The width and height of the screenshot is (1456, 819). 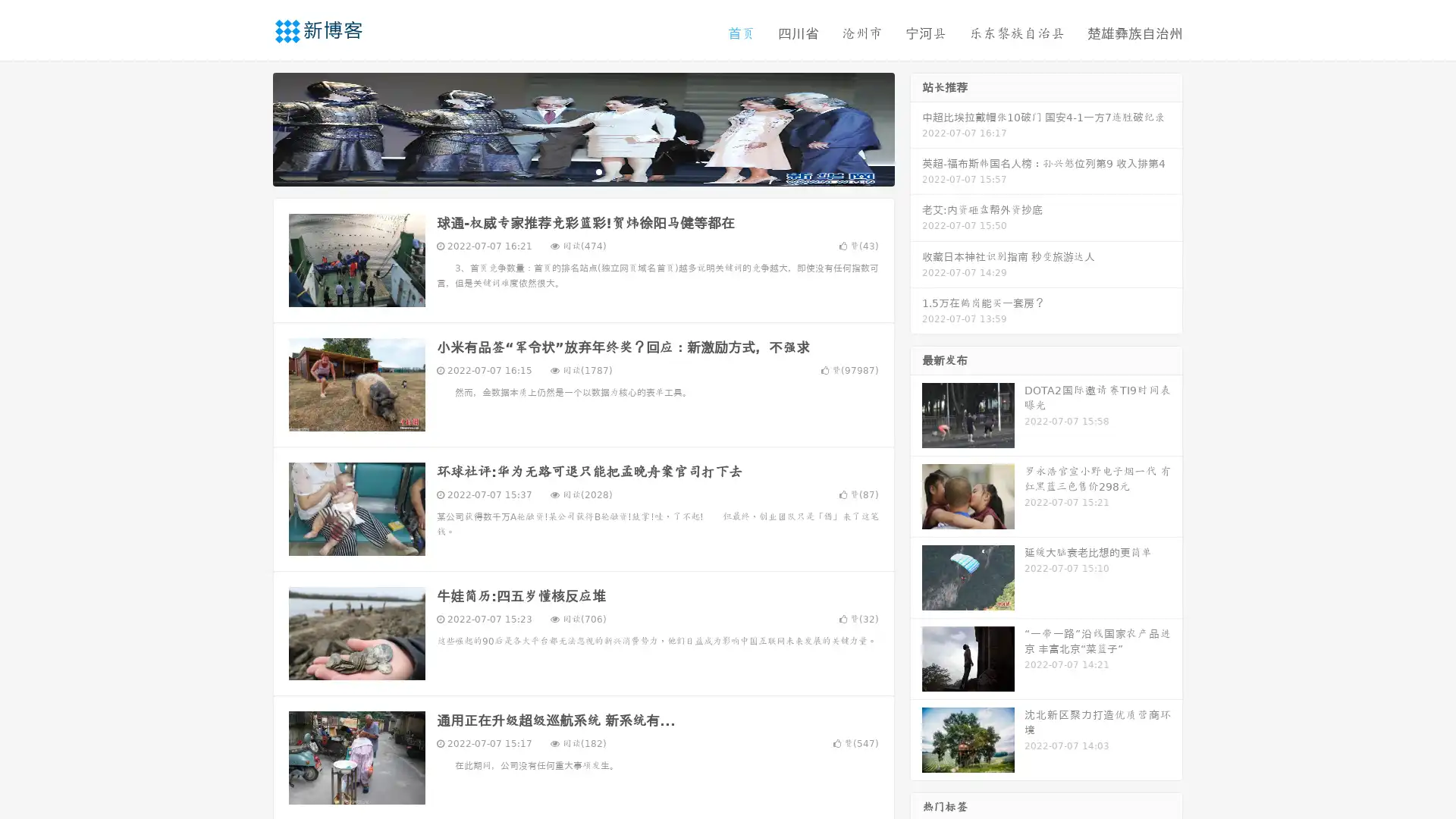 What do you see at coordinates (916, 127) in the screenshot?
I see `Next slide` at bounding box center [916, 127].